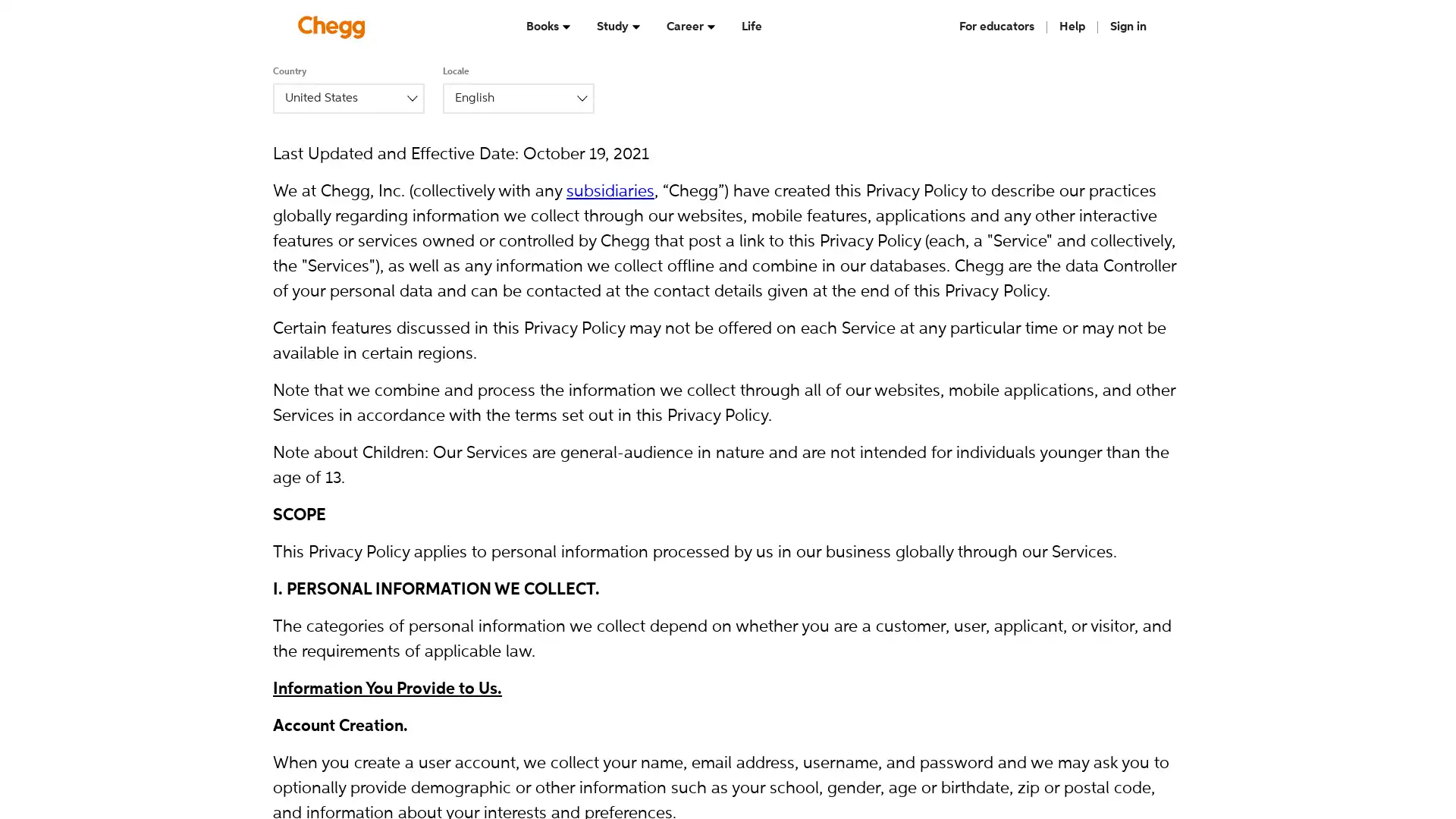  Describe the element at coordinates (636, 27) in the screenshot. I see `open submenu for Study` at that location.